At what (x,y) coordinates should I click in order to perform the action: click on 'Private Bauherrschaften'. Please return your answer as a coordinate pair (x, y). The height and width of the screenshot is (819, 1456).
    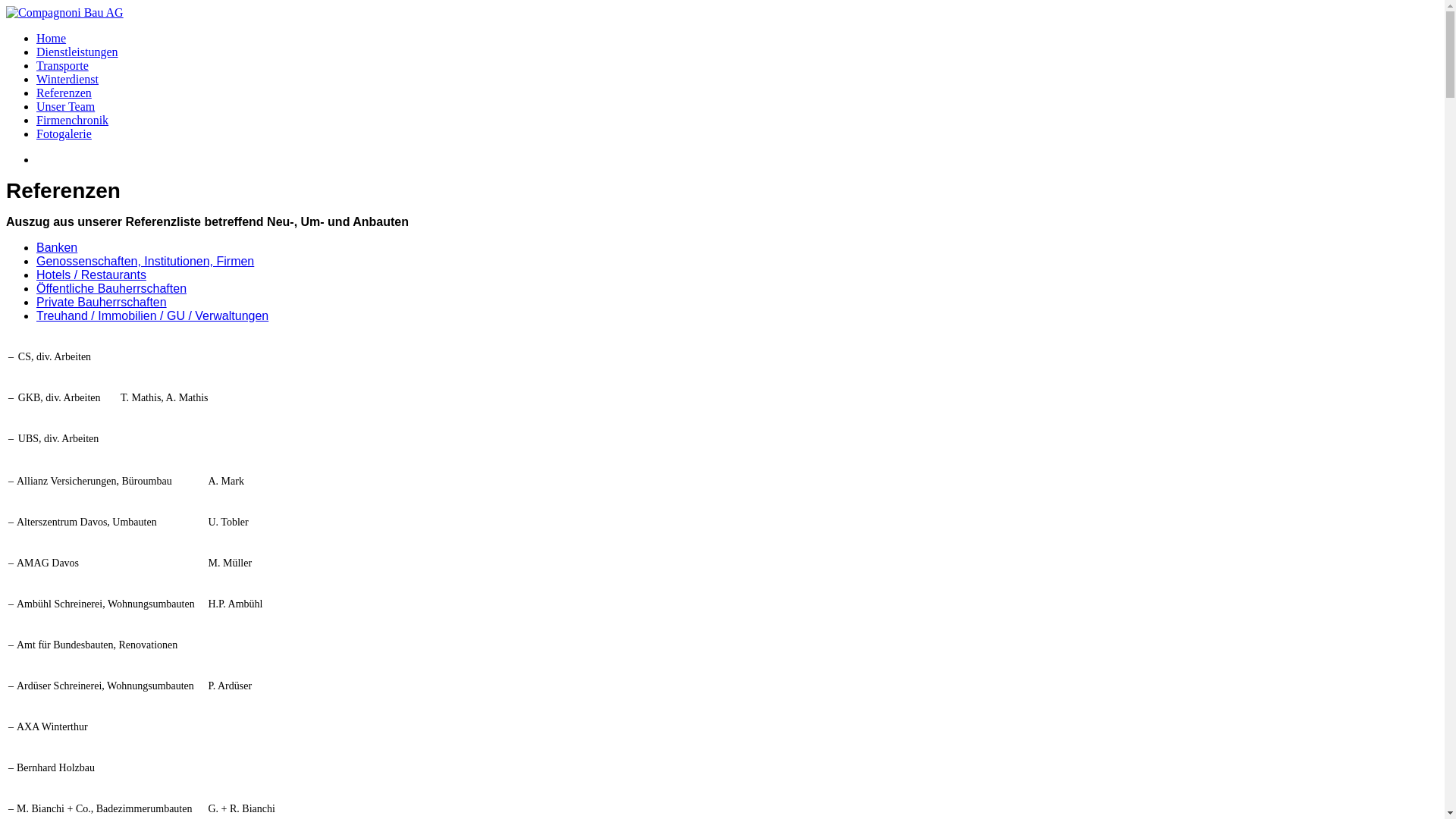
    Looking at the image, I should click on (36, 302).